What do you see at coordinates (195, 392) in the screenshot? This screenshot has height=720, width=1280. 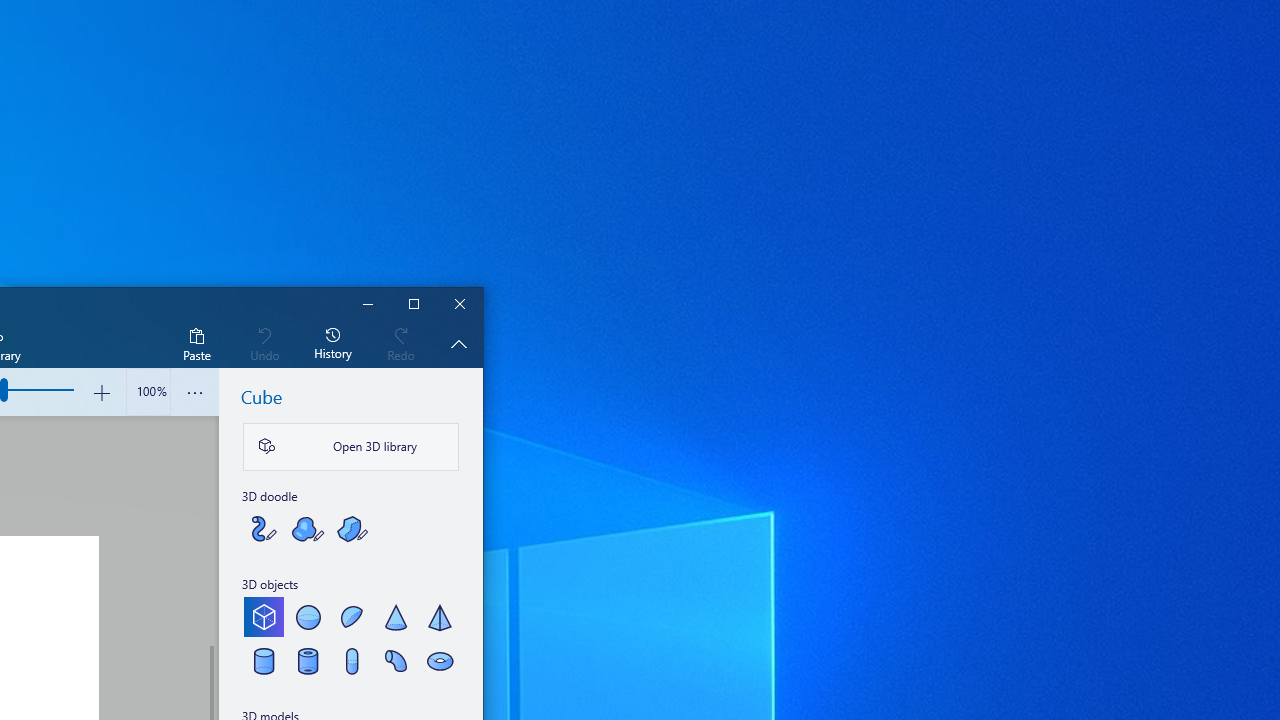 I see `'View more options'` at bounding box center [195, 392].